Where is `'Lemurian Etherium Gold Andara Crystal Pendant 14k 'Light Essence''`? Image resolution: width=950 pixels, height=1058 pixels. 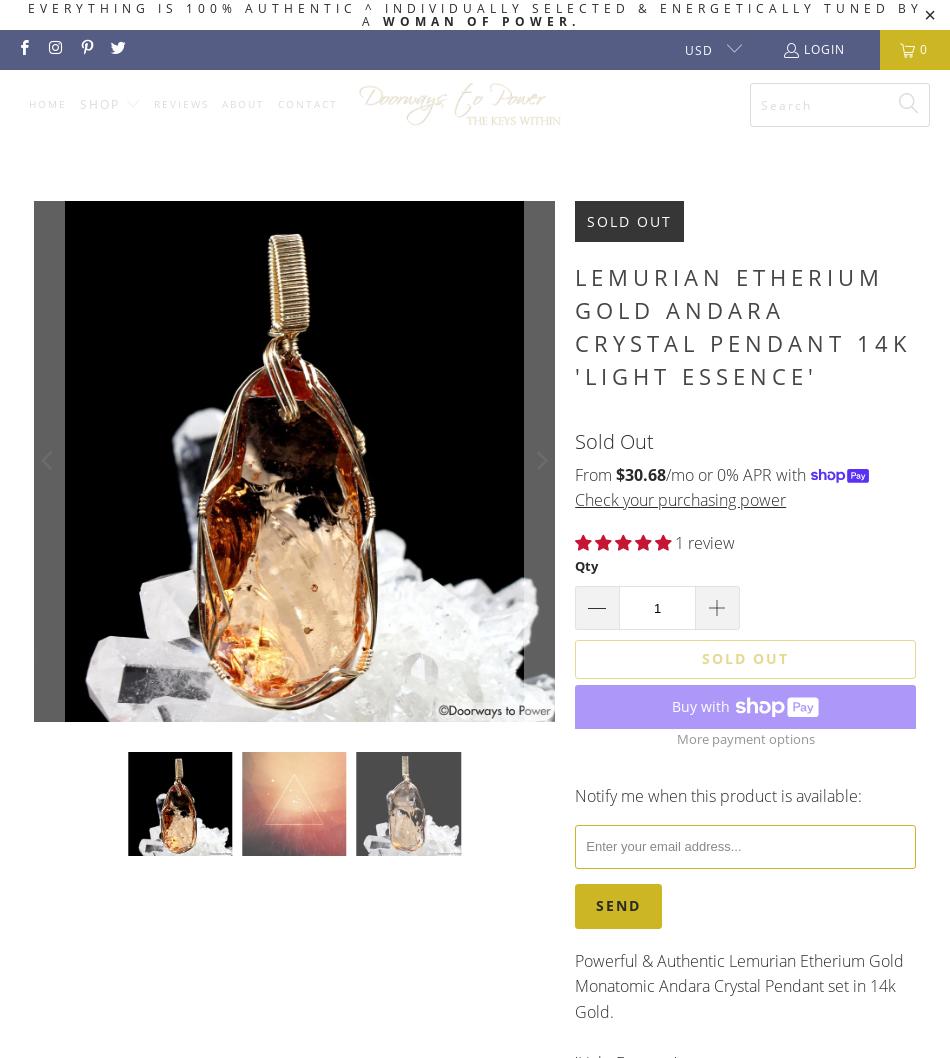 'Lemurian Etherium Gold Andara Crystal Pendant 14k 'Light Essence'' is located at coordinates (742, 325).